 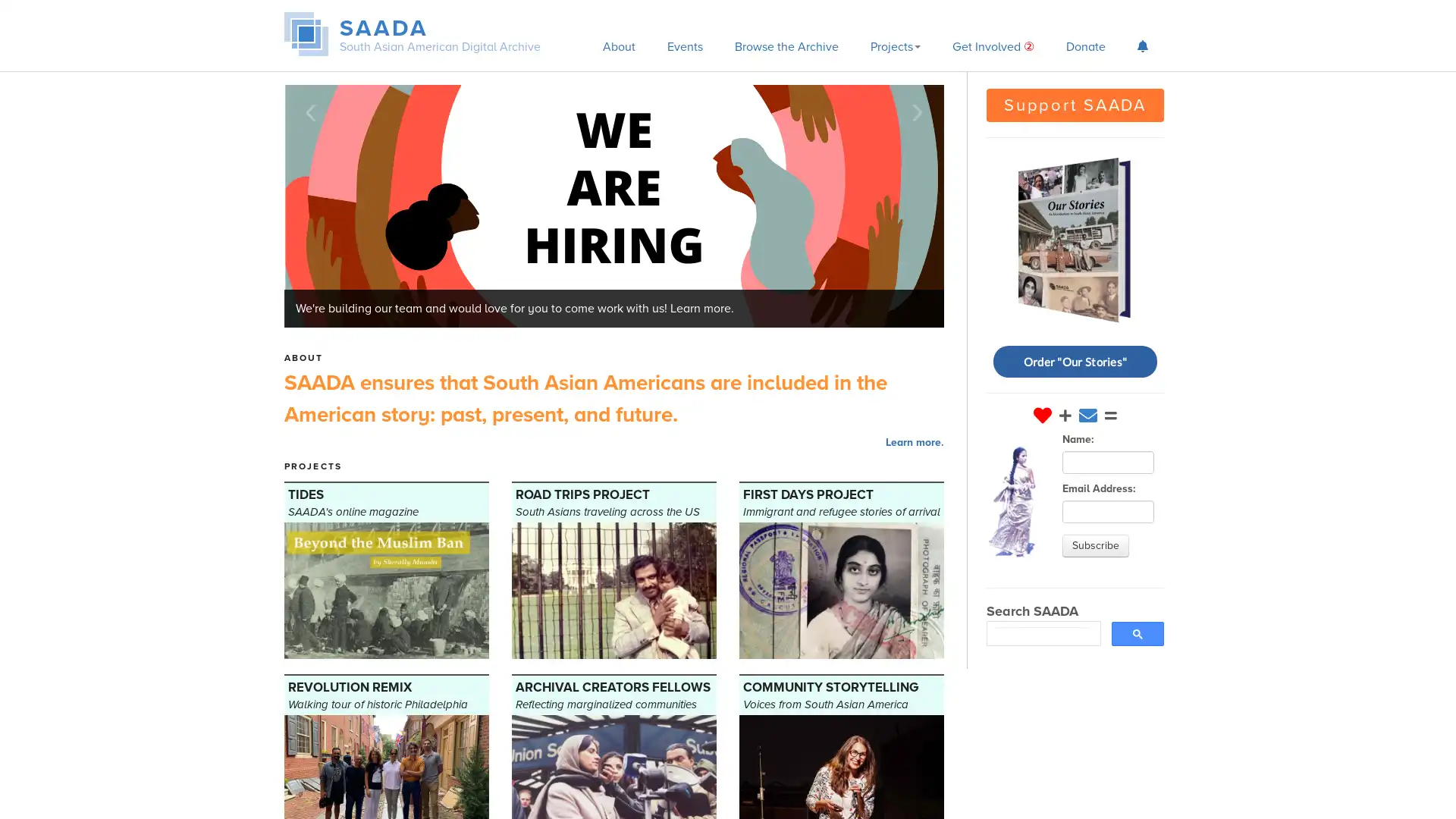 What do you see at coordinates (1137, 632) in the screenshot?
I see `search` at bounding box center [1137, 632].